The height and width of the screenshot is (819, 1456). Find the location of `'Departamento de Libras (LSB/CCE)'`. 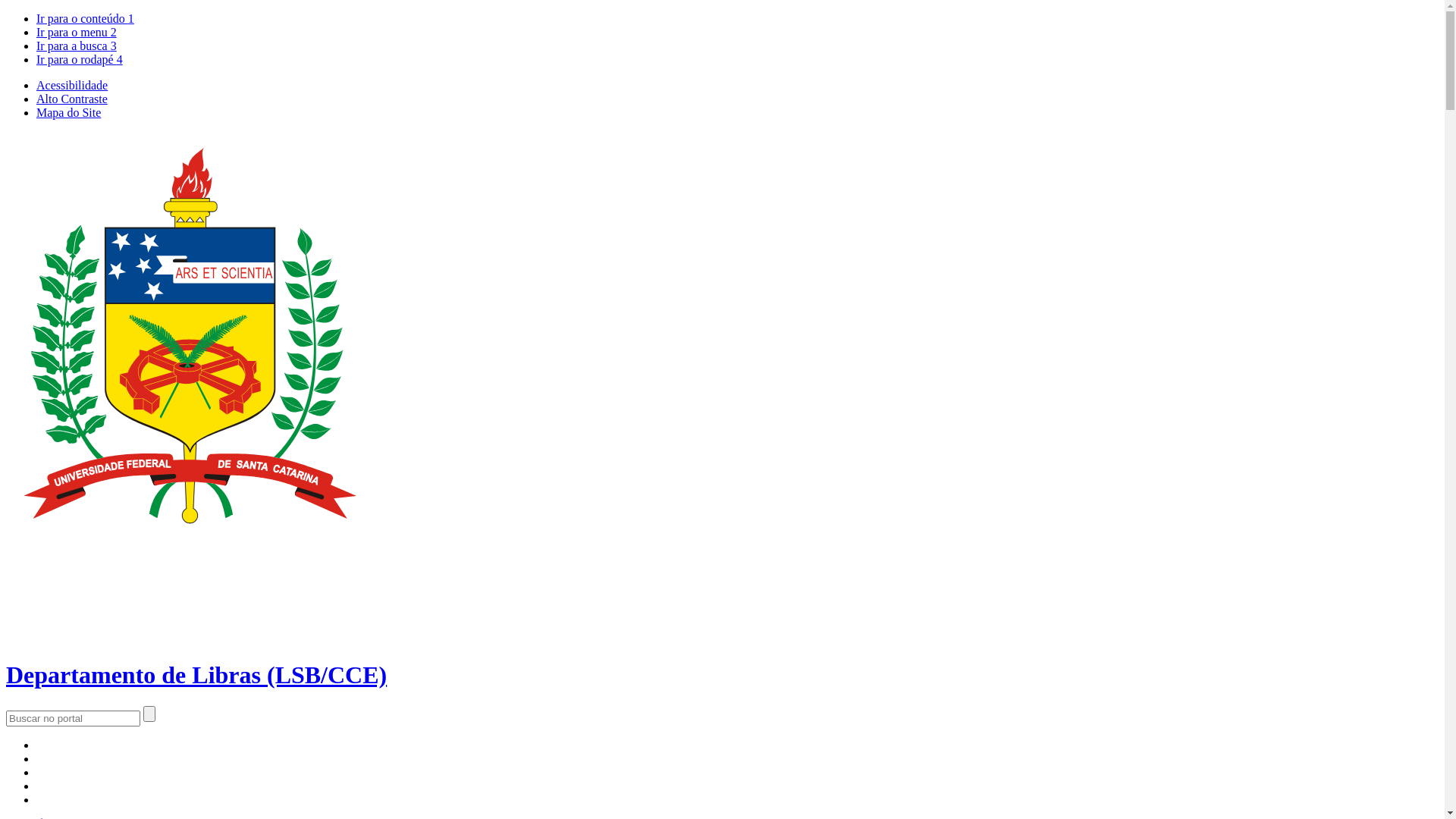

'Departamento de Libras (LSB/CCE)' is located at coordinates (721, 660).